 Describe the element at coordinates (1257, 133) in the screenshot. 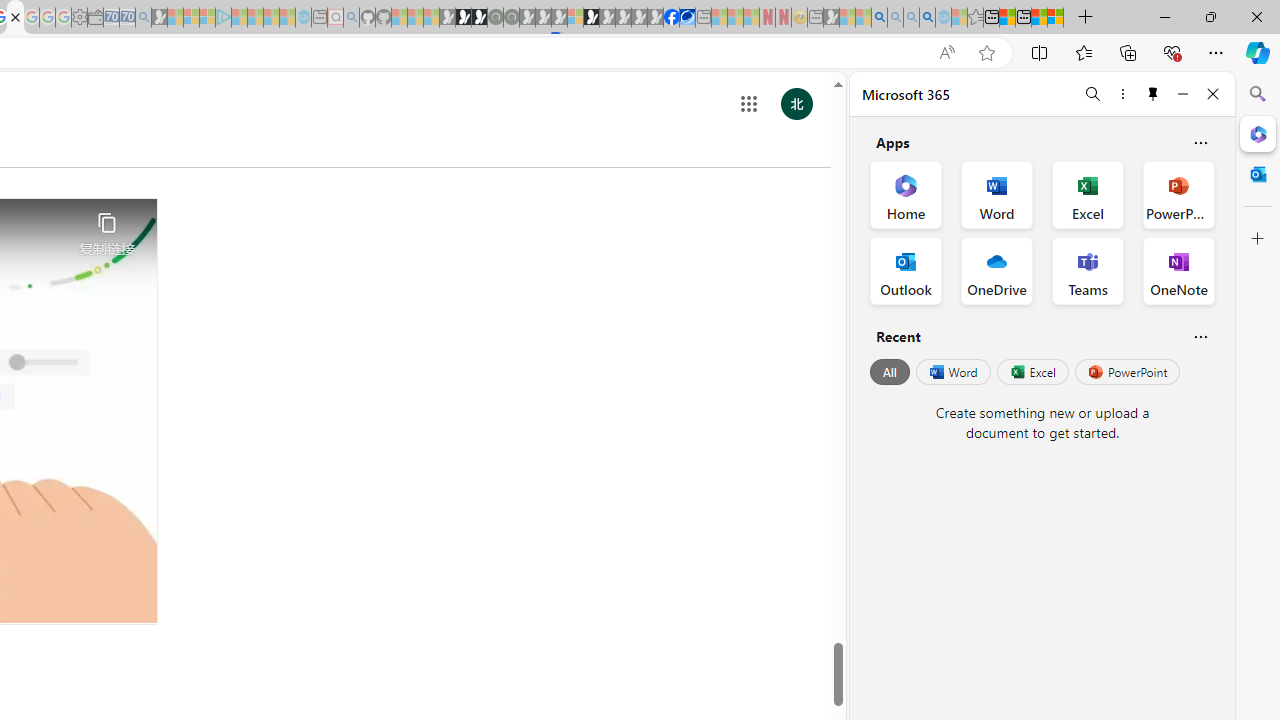

I see `'Close Microsoft 365 pane'` at that location.